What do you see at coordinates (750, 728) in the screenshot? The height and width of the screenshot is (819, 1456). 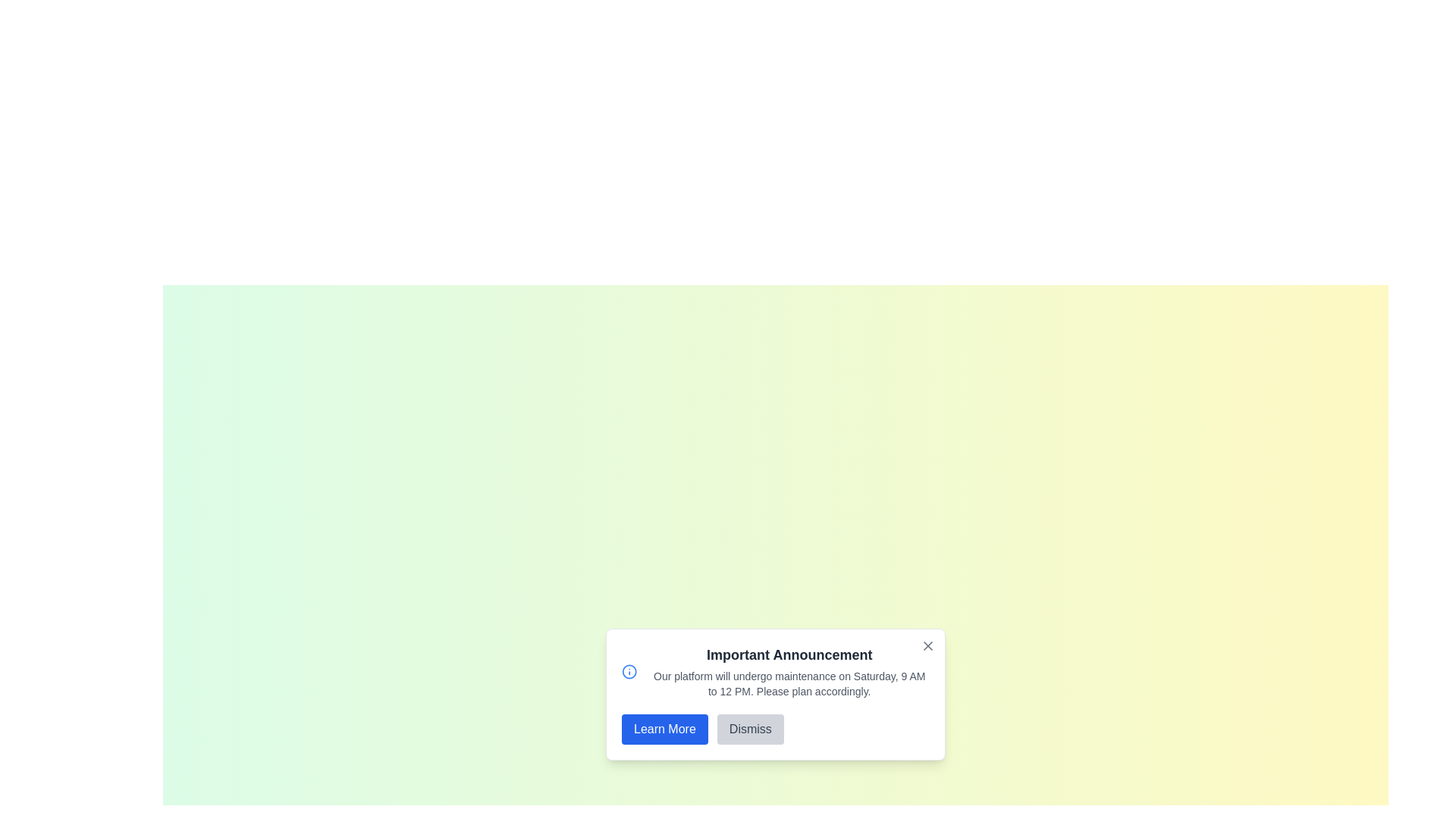 I see `the 'Dismiss' button to close the notification` at bounding box center [750, 728].